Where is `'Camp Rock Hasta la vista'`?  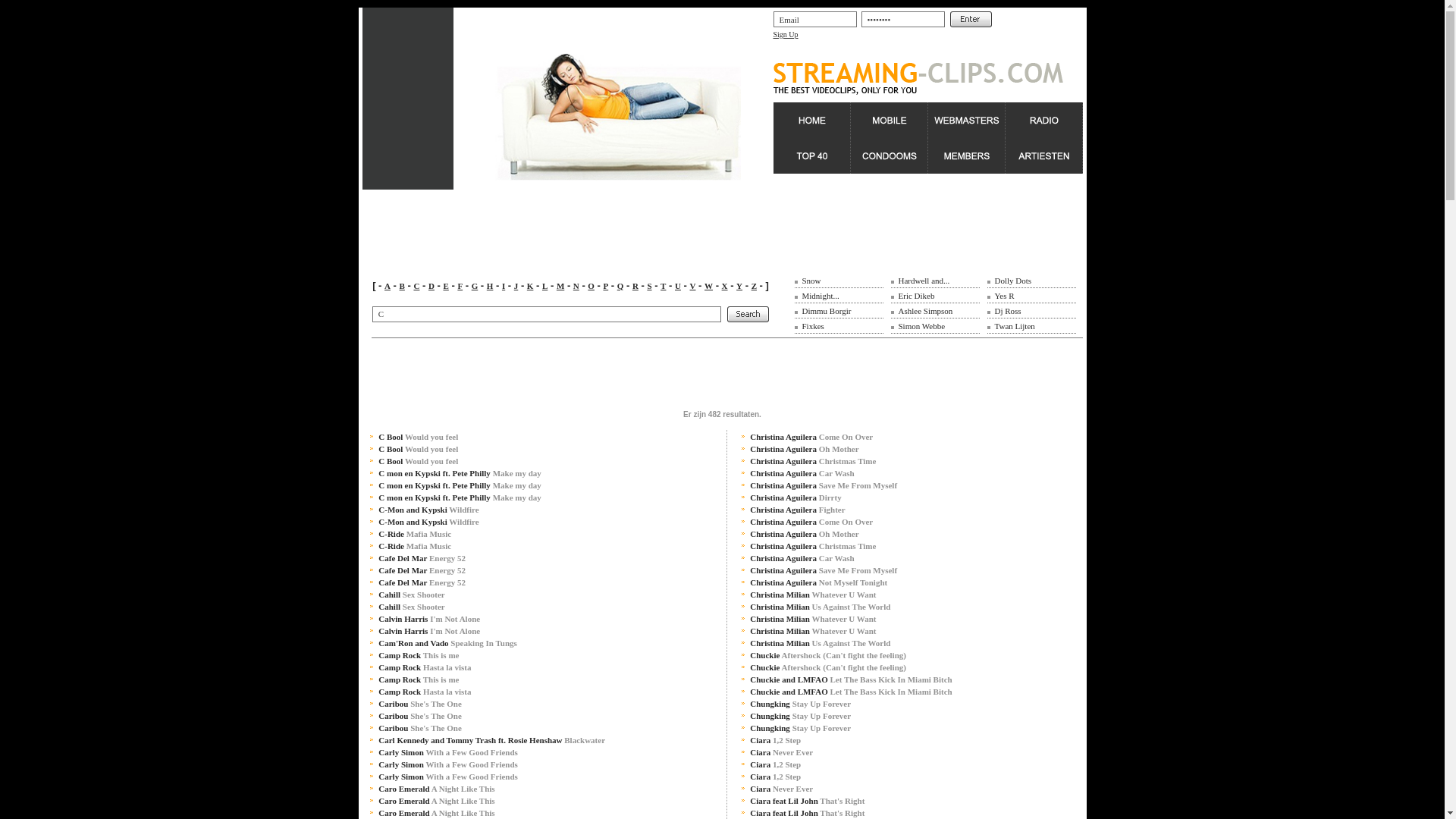
'Camp Rock Hasta la vista' is located at coordinates (425, 691).